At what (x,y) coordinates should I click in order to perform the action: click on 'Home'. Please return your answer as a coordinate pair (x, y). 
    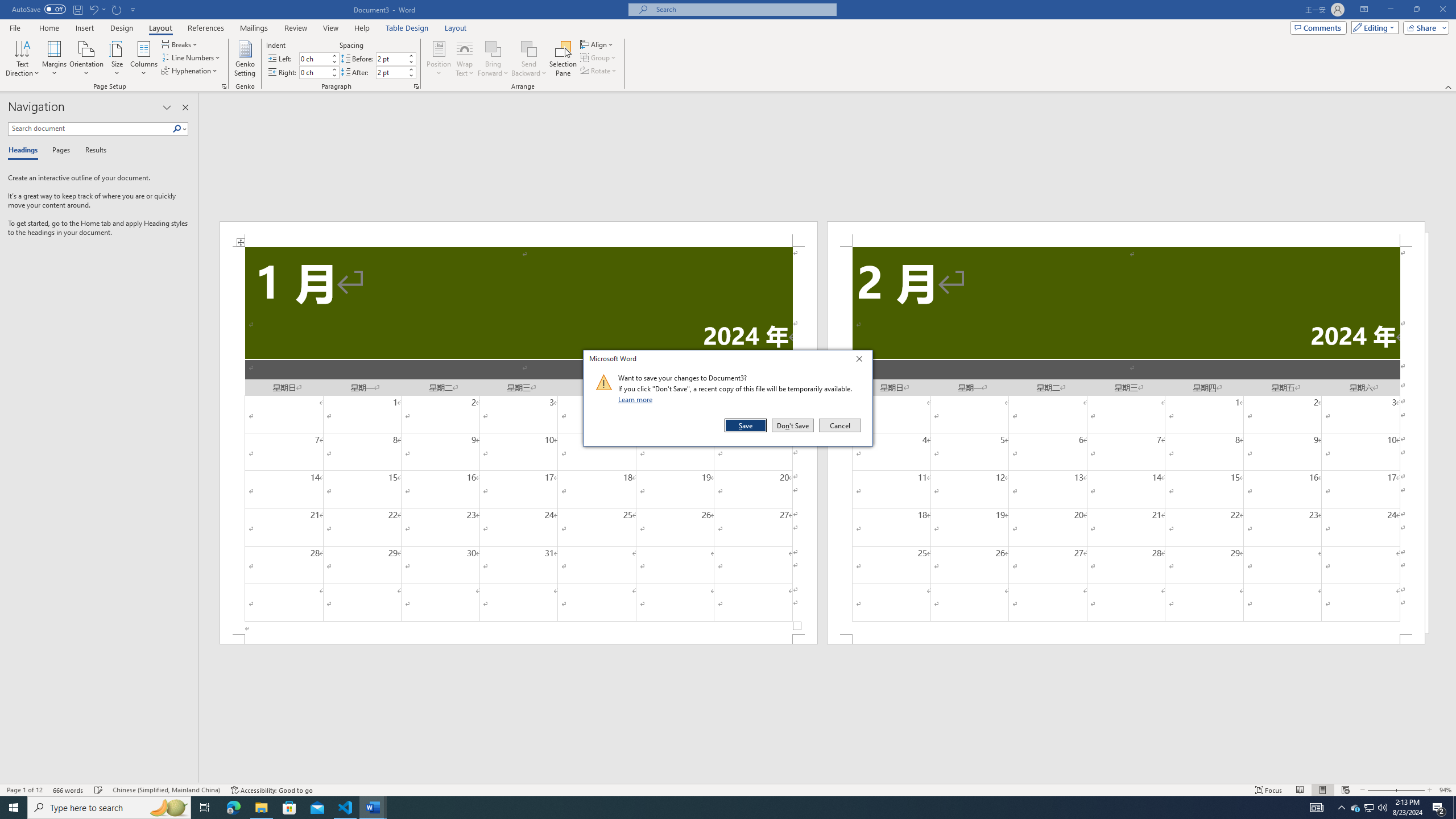
    Looking at the image, I should click on (48, 28).